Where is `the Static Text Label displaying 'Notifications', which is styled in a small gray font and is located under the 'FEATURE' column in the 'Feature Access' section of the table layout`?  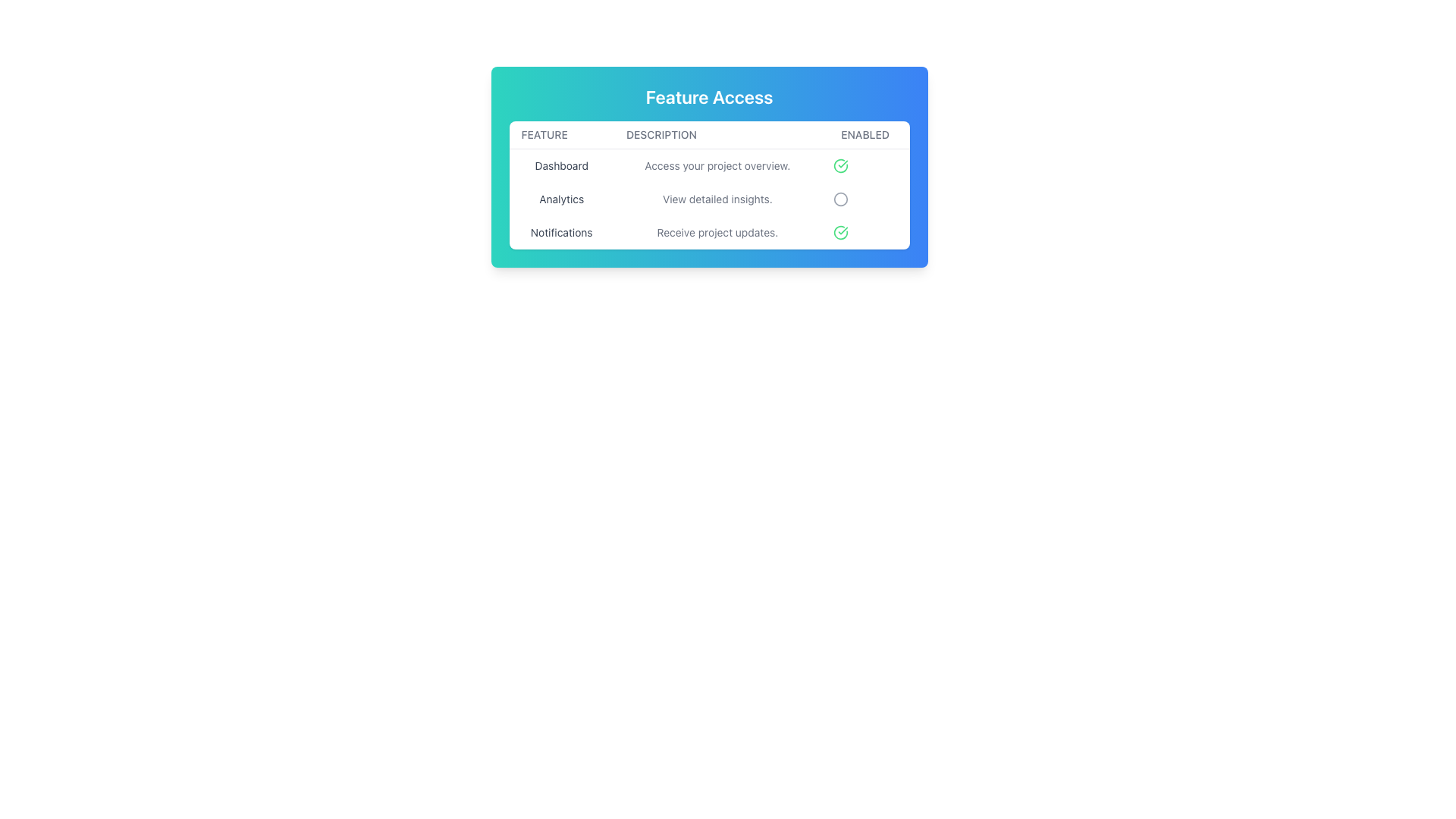 the Static Text Label displaying 'Notifications', which is styled in a small gray font and is located under the 'FEATURE' column in the 'Feature Access' section of the table layout is located at coordinates (560, 233).